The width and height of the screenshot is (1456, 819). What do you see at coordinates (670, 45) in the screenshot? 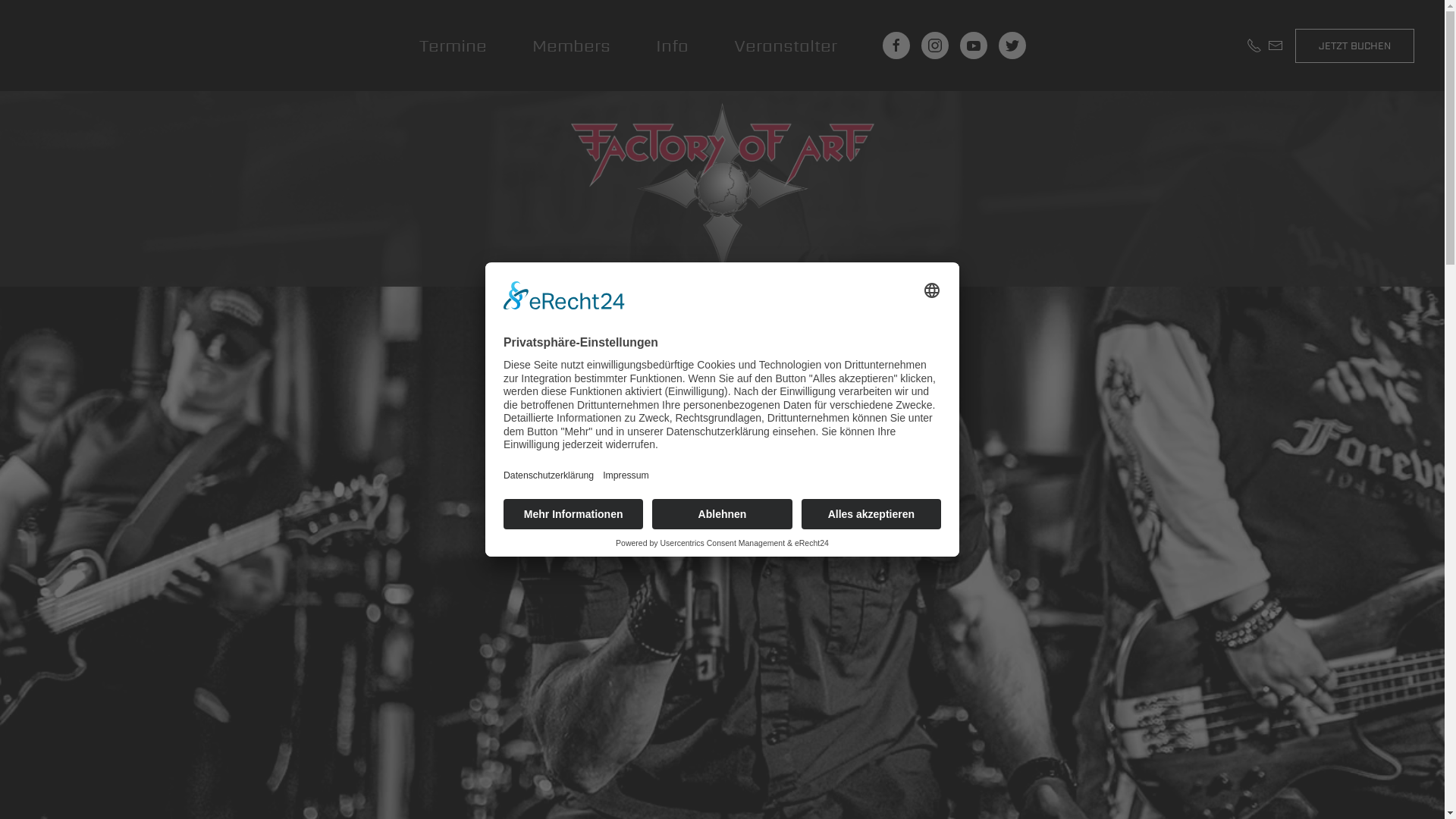
I see `'Info'` at bounding box center [670, 45].